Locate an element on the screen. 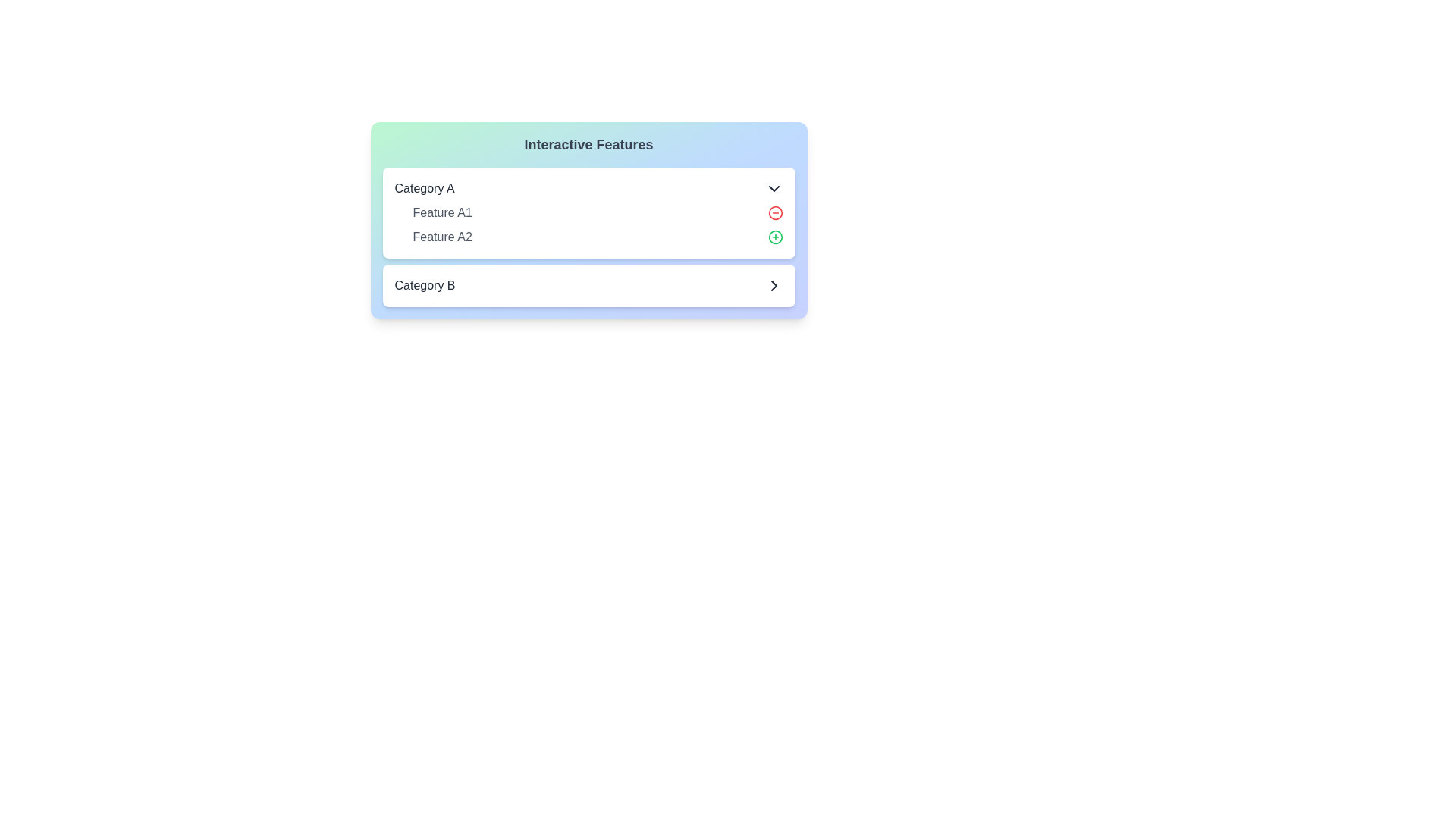  the expandable panel related to 'Category B' is located at coordinates (588, 286).